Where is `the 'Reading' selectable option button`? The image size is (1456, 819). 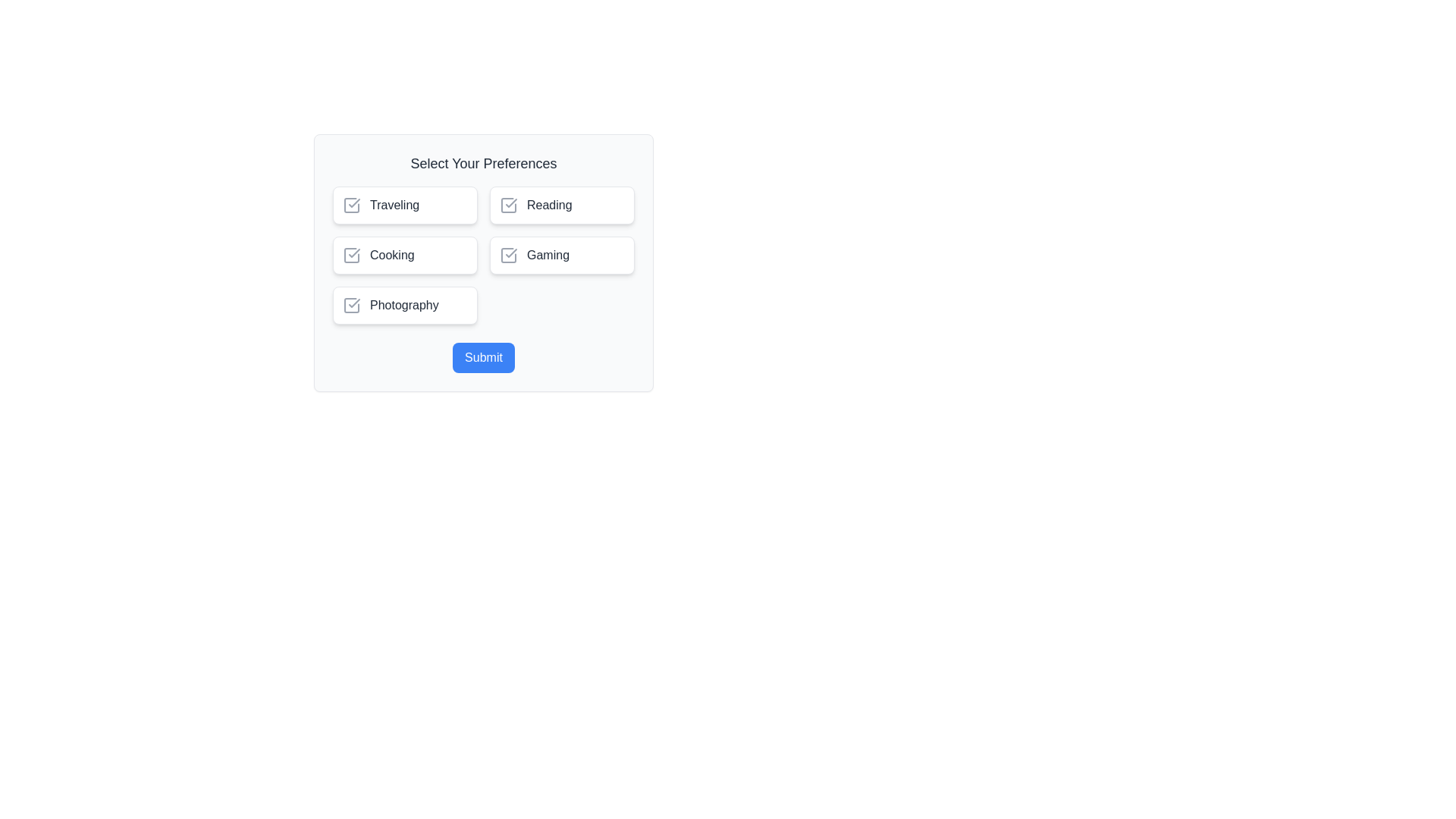 the 'Reading' selectable option button is located at coordinates (561, 205).